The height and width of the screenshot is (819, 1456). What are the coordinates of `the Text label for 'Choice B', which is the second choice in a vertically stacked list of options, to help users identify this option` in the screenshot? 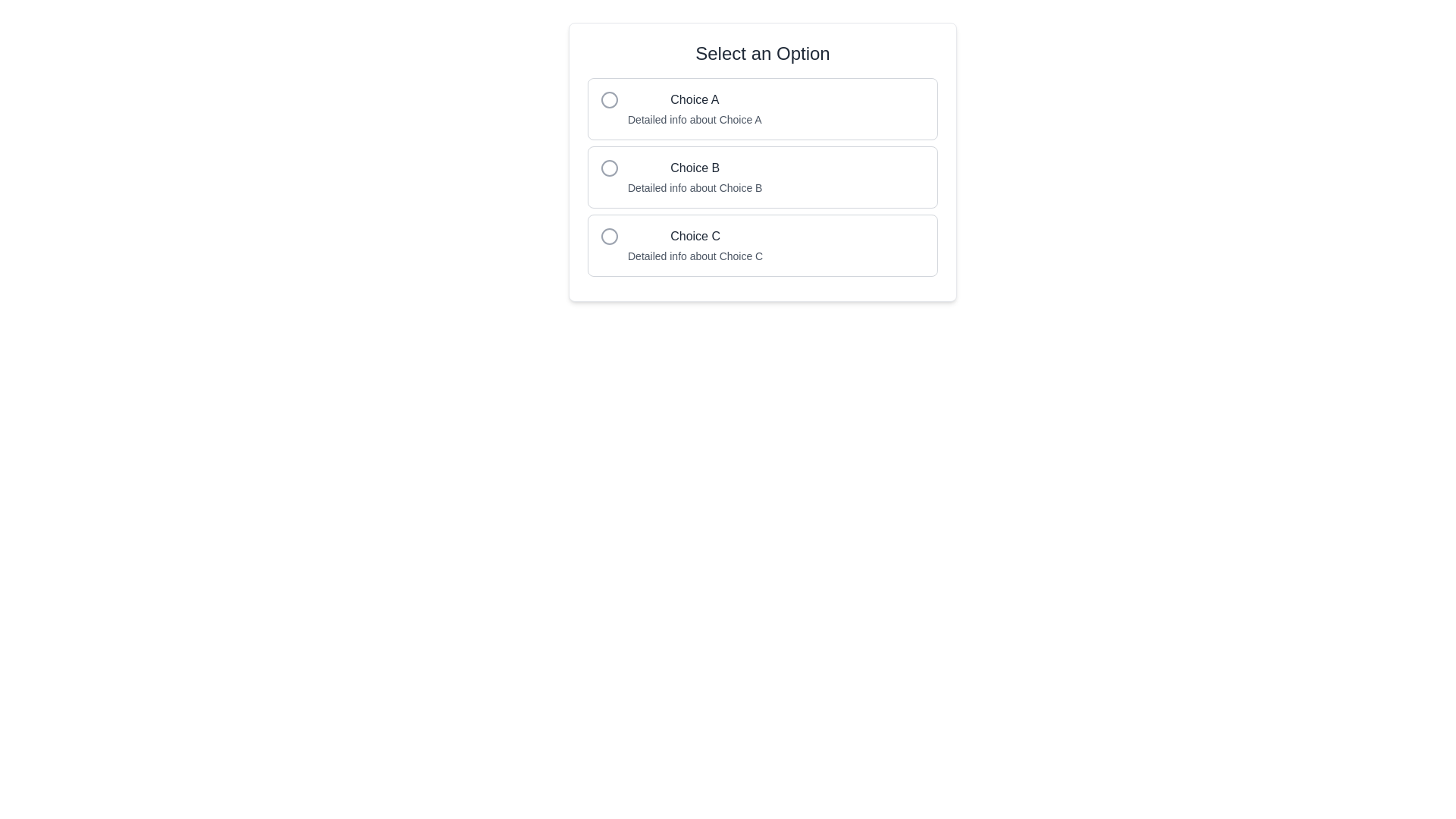 It's located at (694, 168).